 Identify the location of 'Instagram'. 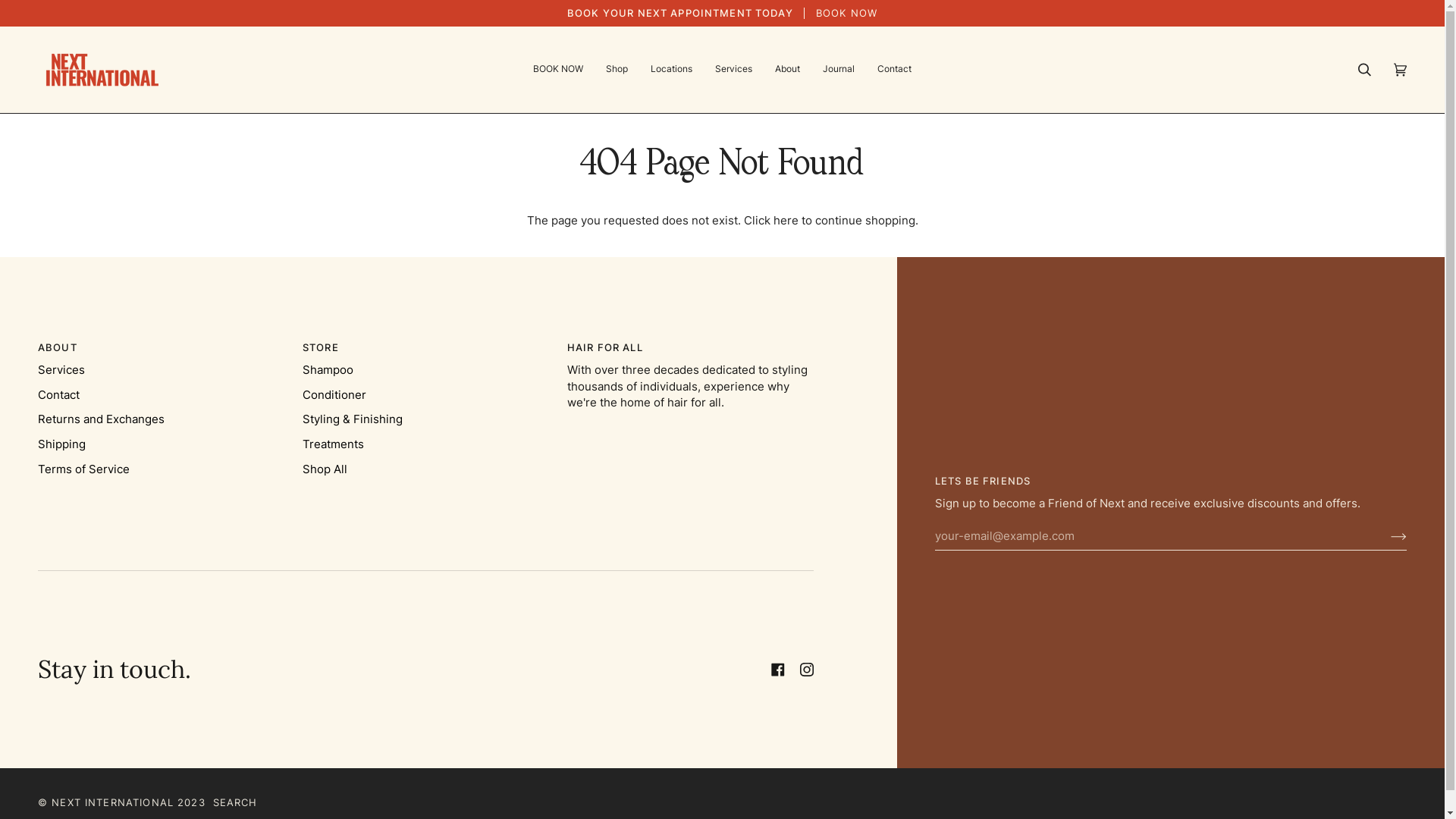
(799, 669).